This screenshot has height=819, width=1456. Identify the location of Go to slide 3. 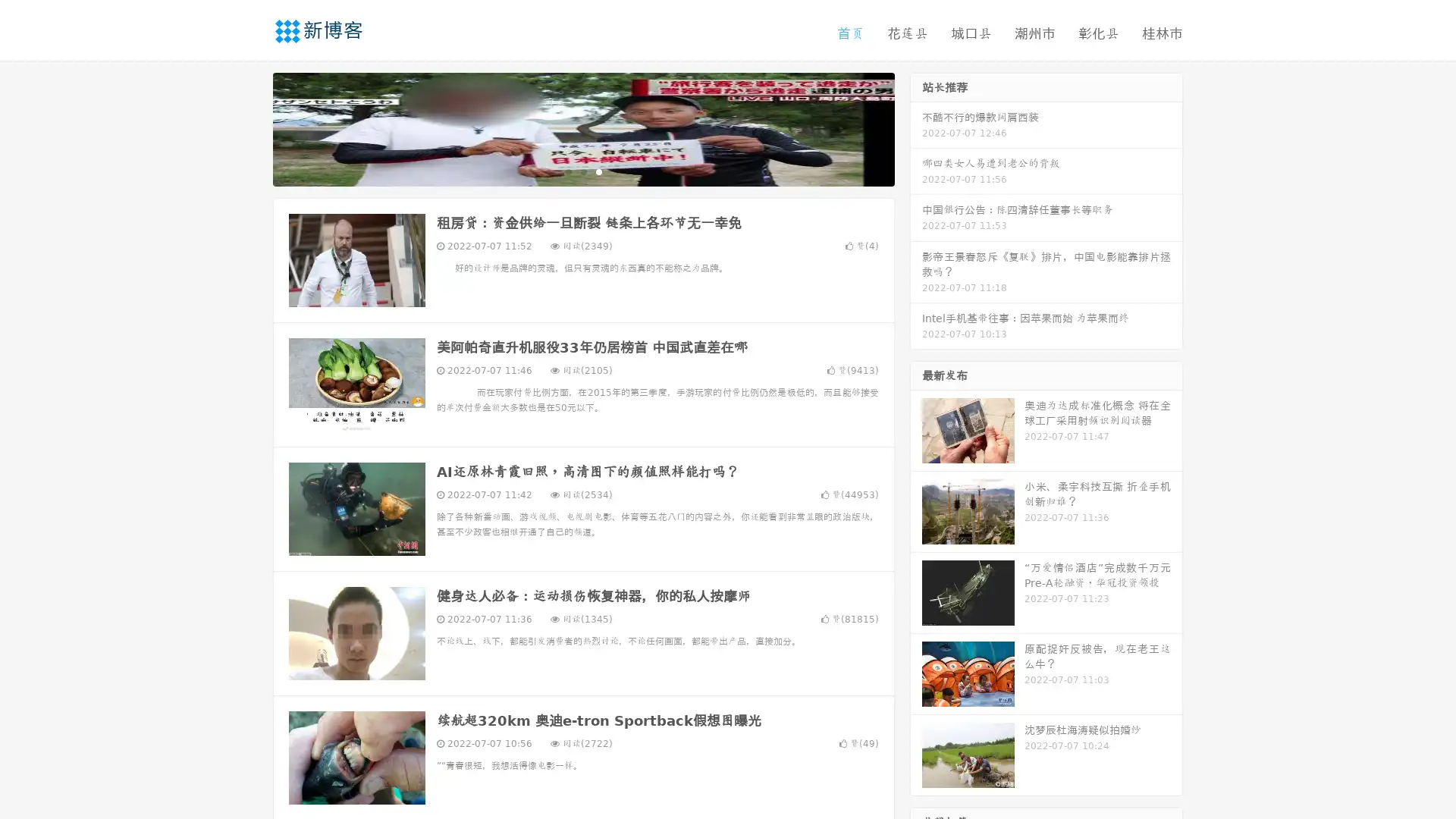
(598, 171).